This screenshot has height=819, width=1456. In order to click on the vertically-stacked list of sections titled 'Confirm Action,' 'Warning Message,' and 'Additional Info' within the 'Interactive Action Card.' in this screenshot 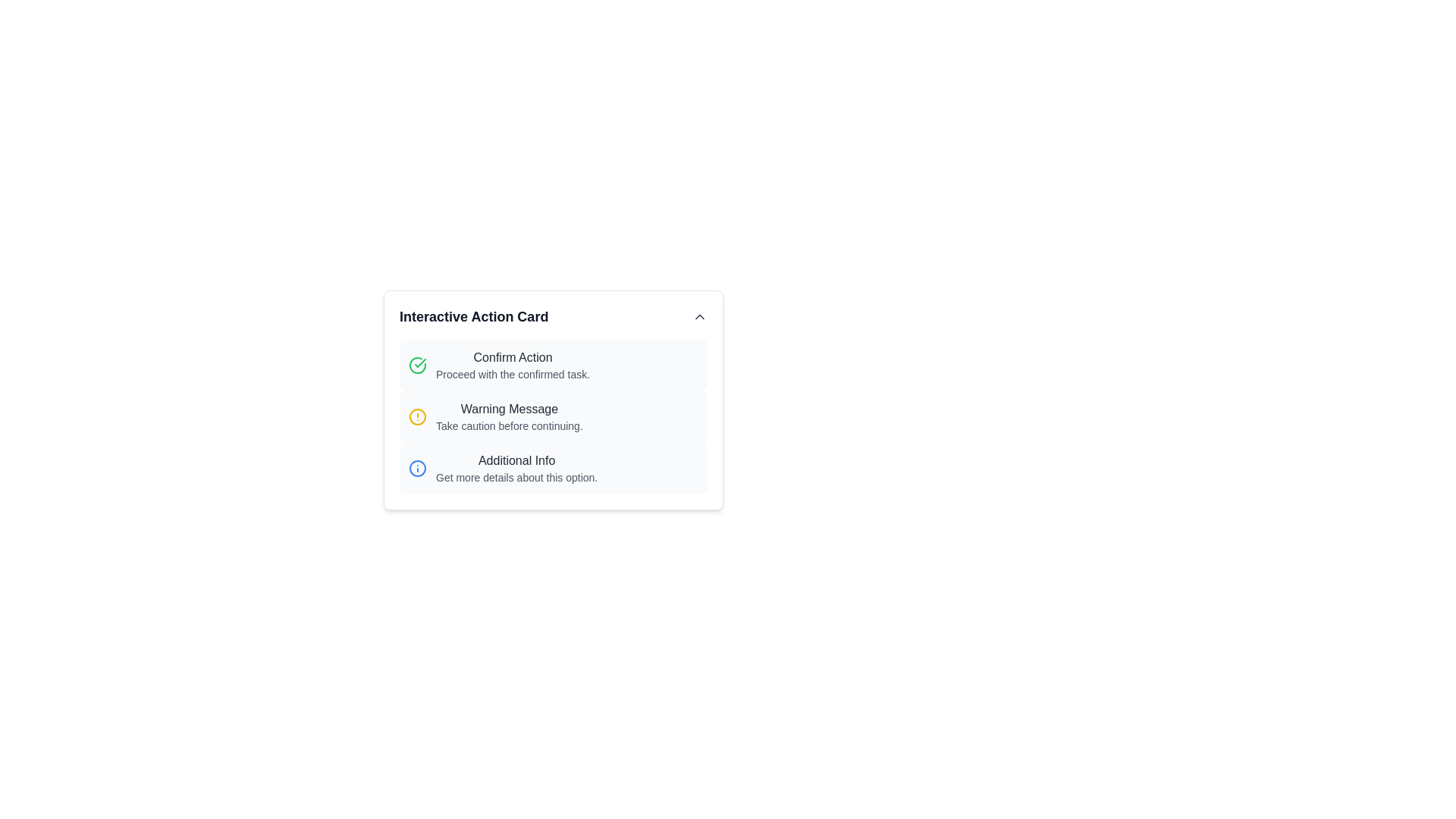, I will do `click(552, 417)`.